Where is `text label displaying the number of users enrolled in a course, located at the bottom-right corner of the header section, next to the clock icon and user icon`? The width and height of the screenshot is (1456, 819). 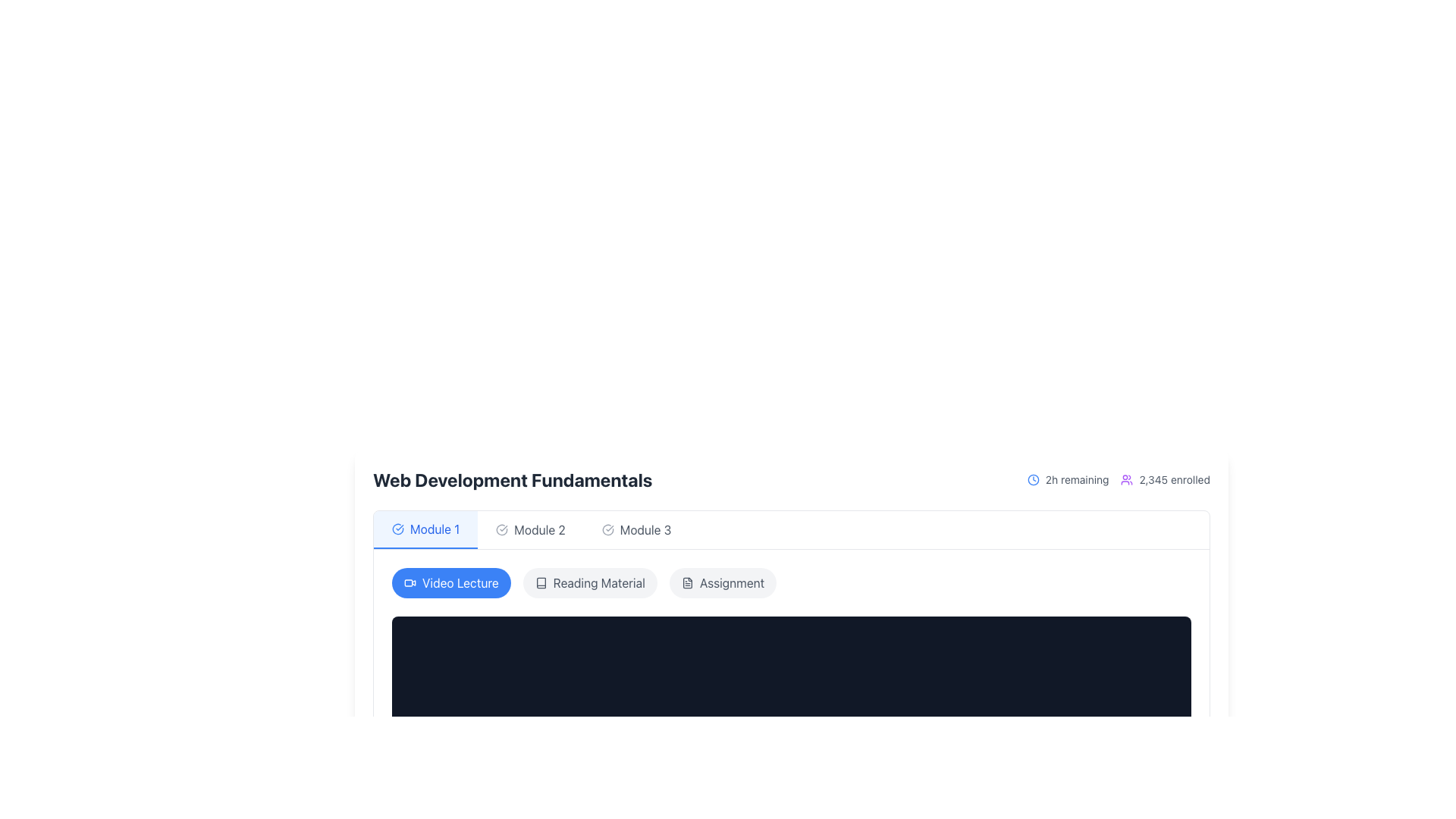 text label displaying the number of users enrolled in a course, located at the bottom-right corner of the header section, next to the clock icon and user icon is located at coordinates (1174, 479).